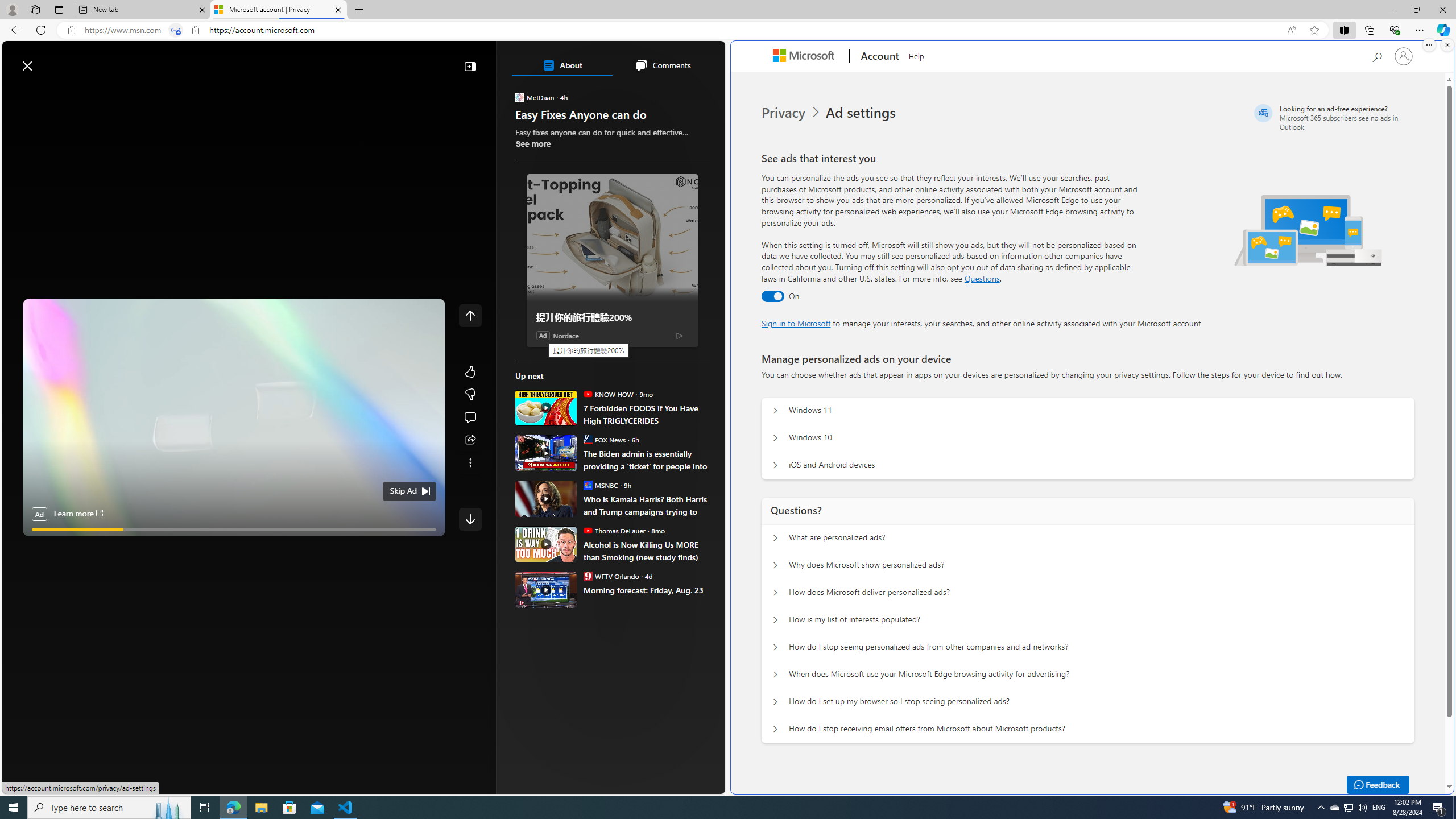  What do you see at coordinates (775, 410) in the screenshot?
I see `'Manage personalized ads on your device Windows 11'` at bounding box center [775, 410].